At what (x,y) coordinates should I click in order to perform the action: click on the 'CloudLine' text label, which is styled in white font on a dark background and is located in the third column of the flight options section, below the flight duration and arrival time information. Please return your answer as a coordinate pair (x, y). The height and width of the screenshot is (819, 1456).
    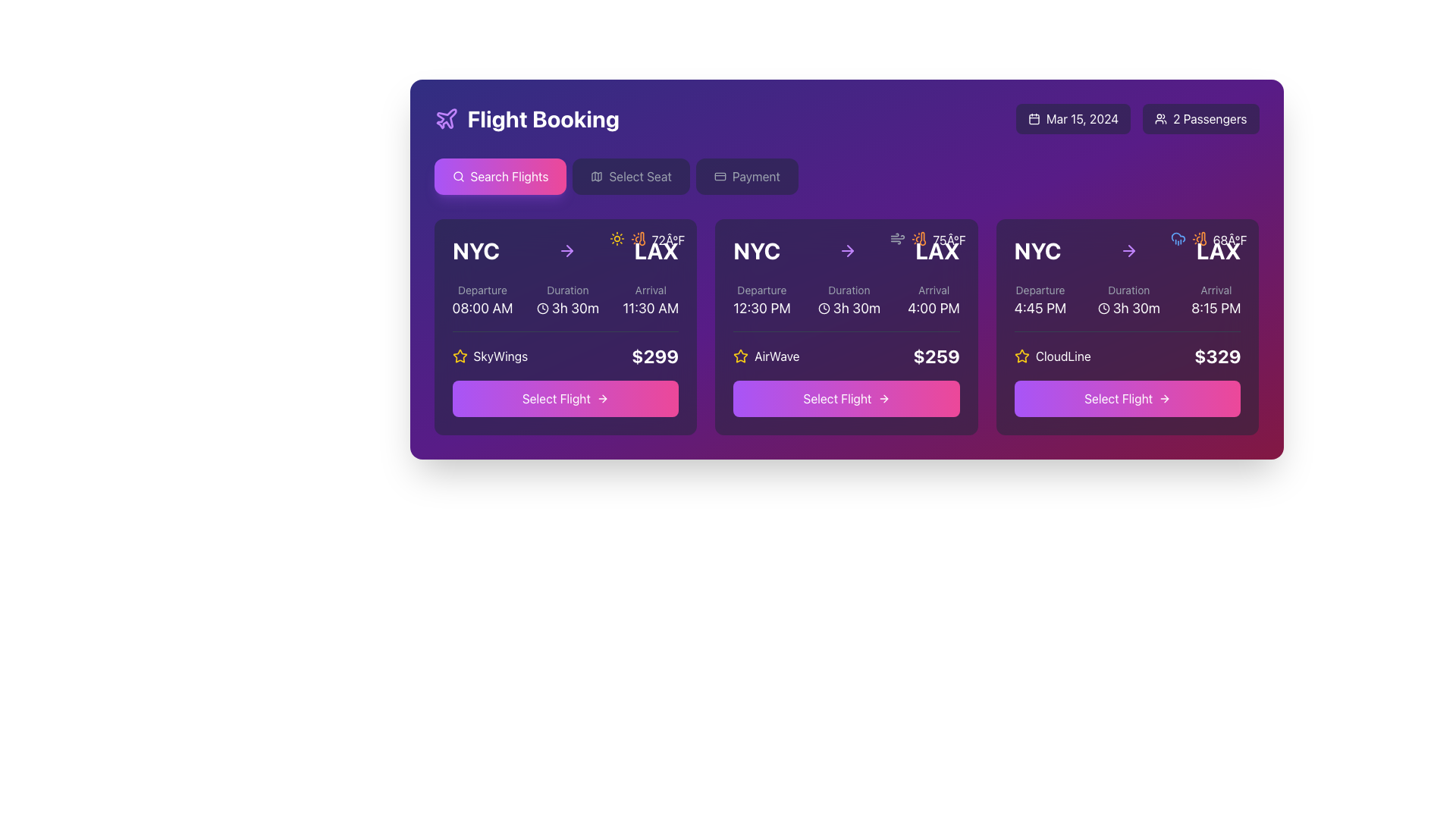
    Looking at the image, I should click on (1062, 356).